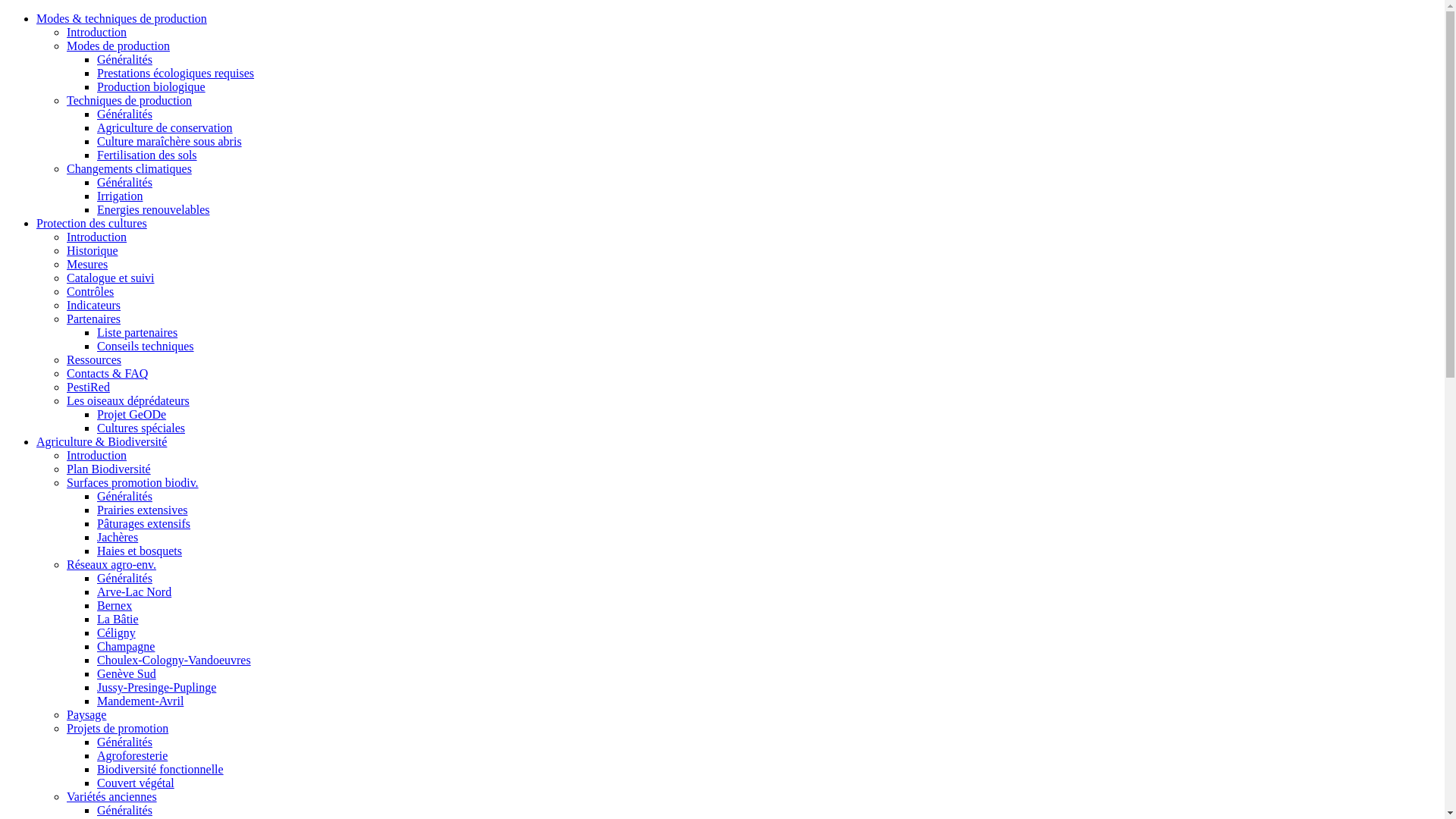 This screenshot has width=1456, height=819. I want to click on 'Jussy-Presinge-Puplinge', so click(156, 687).